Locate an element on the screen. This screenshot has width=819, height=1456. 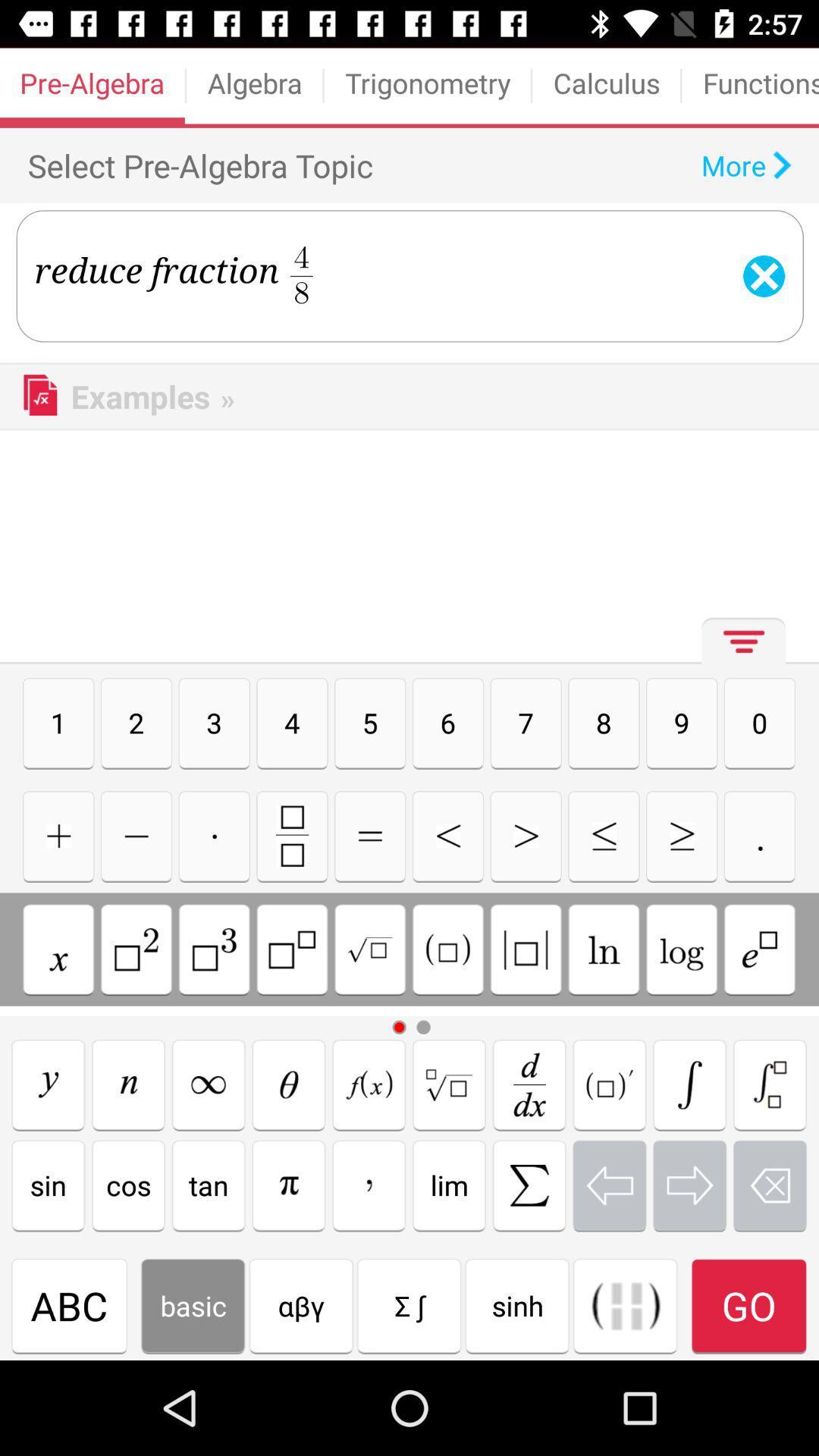
symbol is located at coordinates (58, 835).